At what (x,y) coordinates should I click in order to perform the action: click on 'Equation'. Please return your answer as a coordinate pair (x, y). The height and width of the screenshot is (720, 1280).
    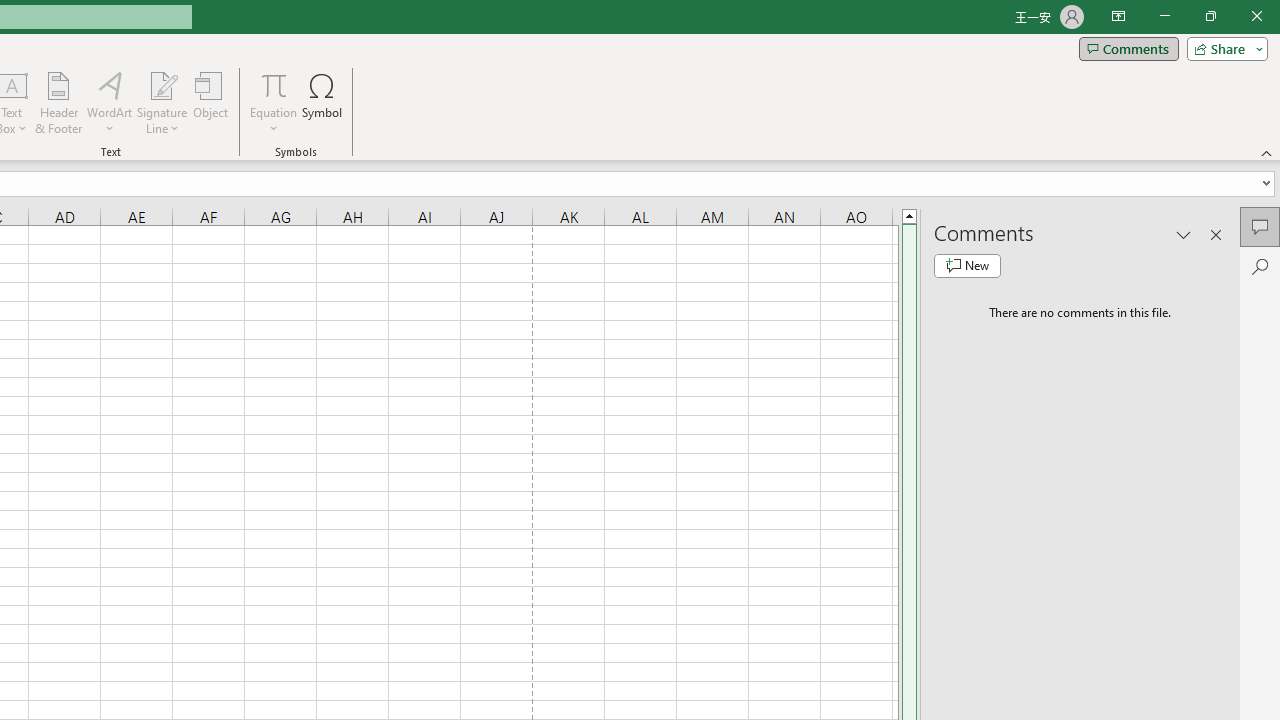
    Looking at the image, I should click on (272, 84).